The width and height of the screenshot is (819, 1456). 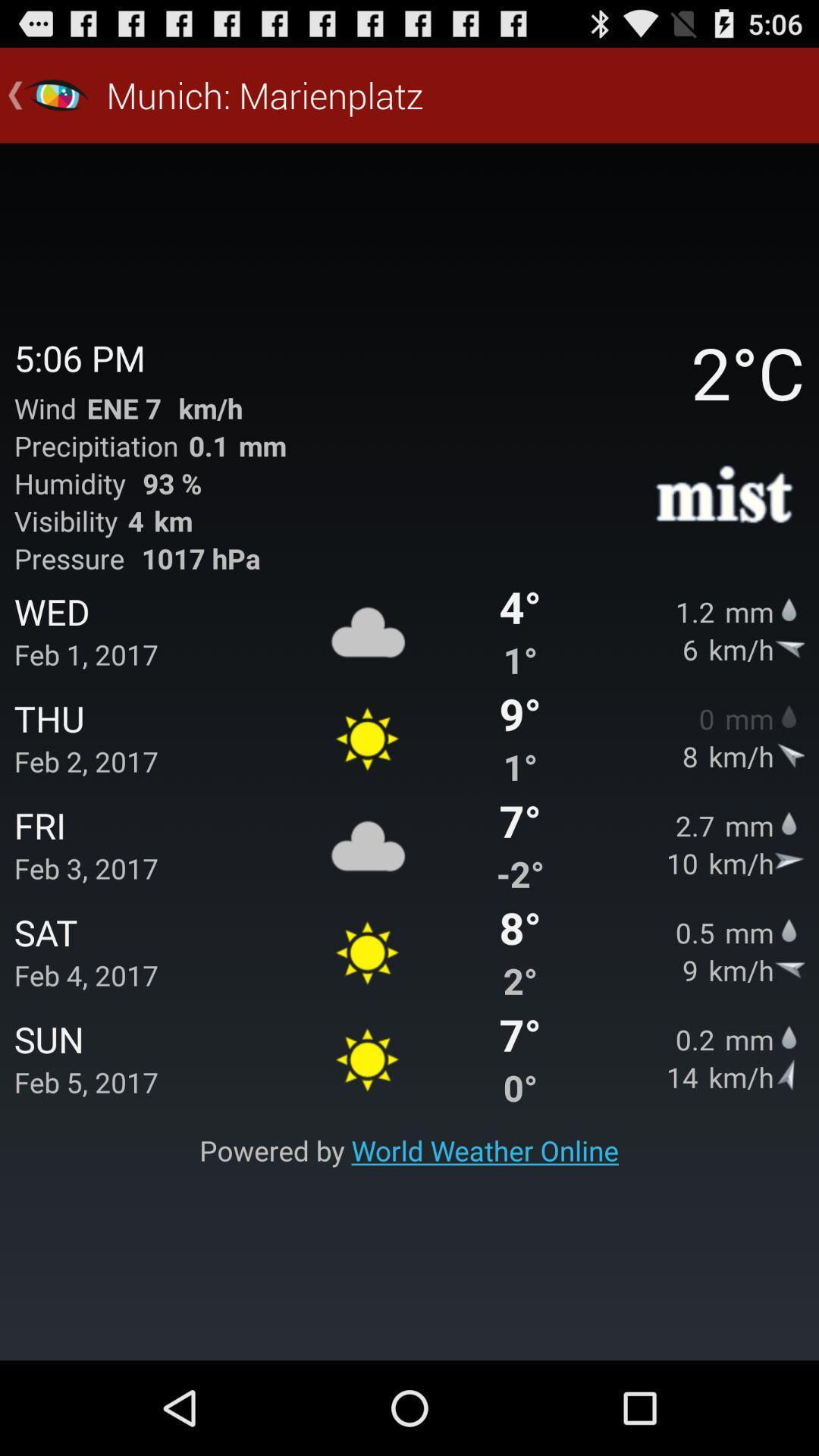 I want to click on the text below feb 5 2017, so click(x=408, y=1150).